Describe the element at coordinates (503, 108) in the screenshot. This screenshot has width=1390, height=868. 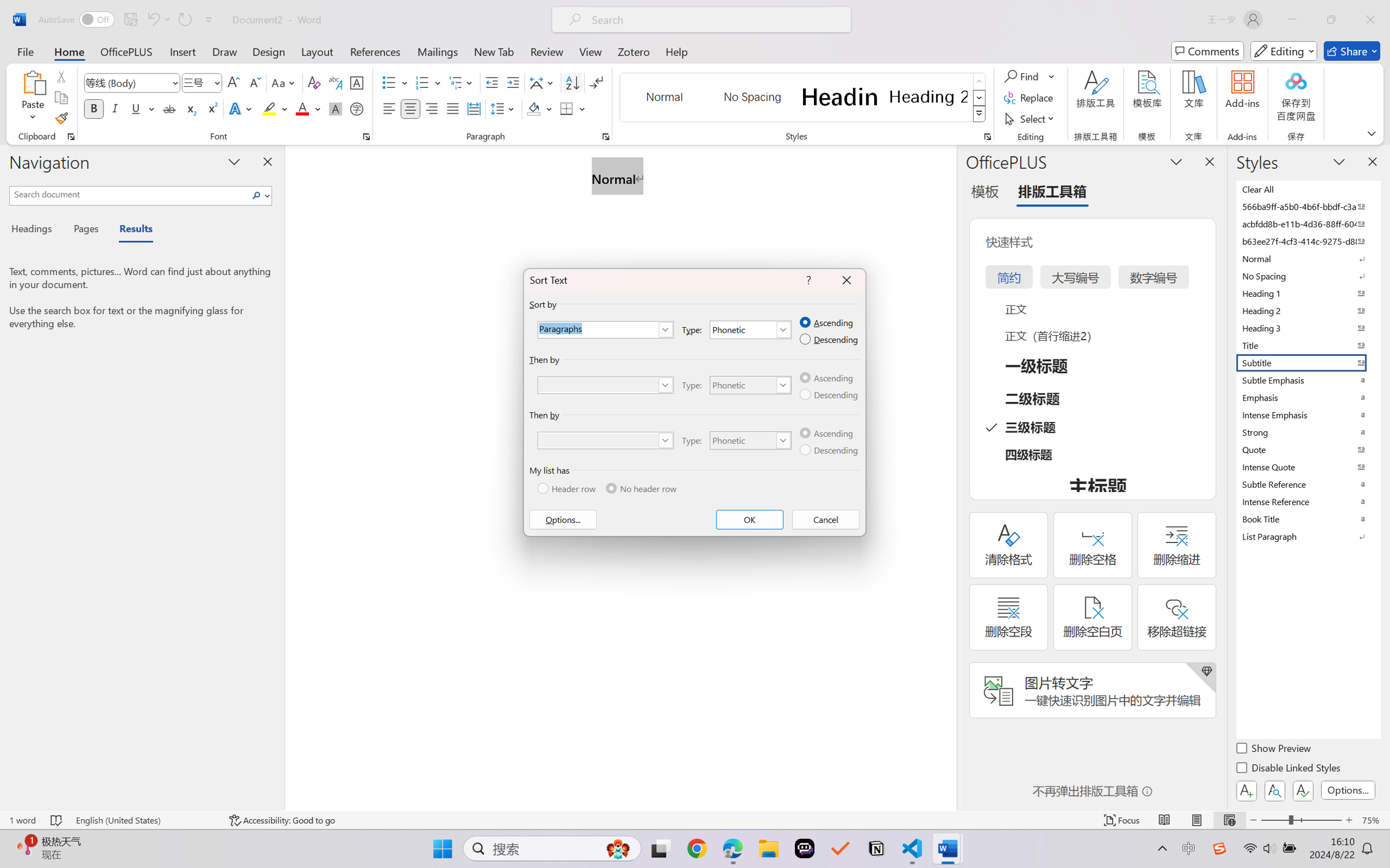
I see `'Line and Paragraph Spacing'` at that location.